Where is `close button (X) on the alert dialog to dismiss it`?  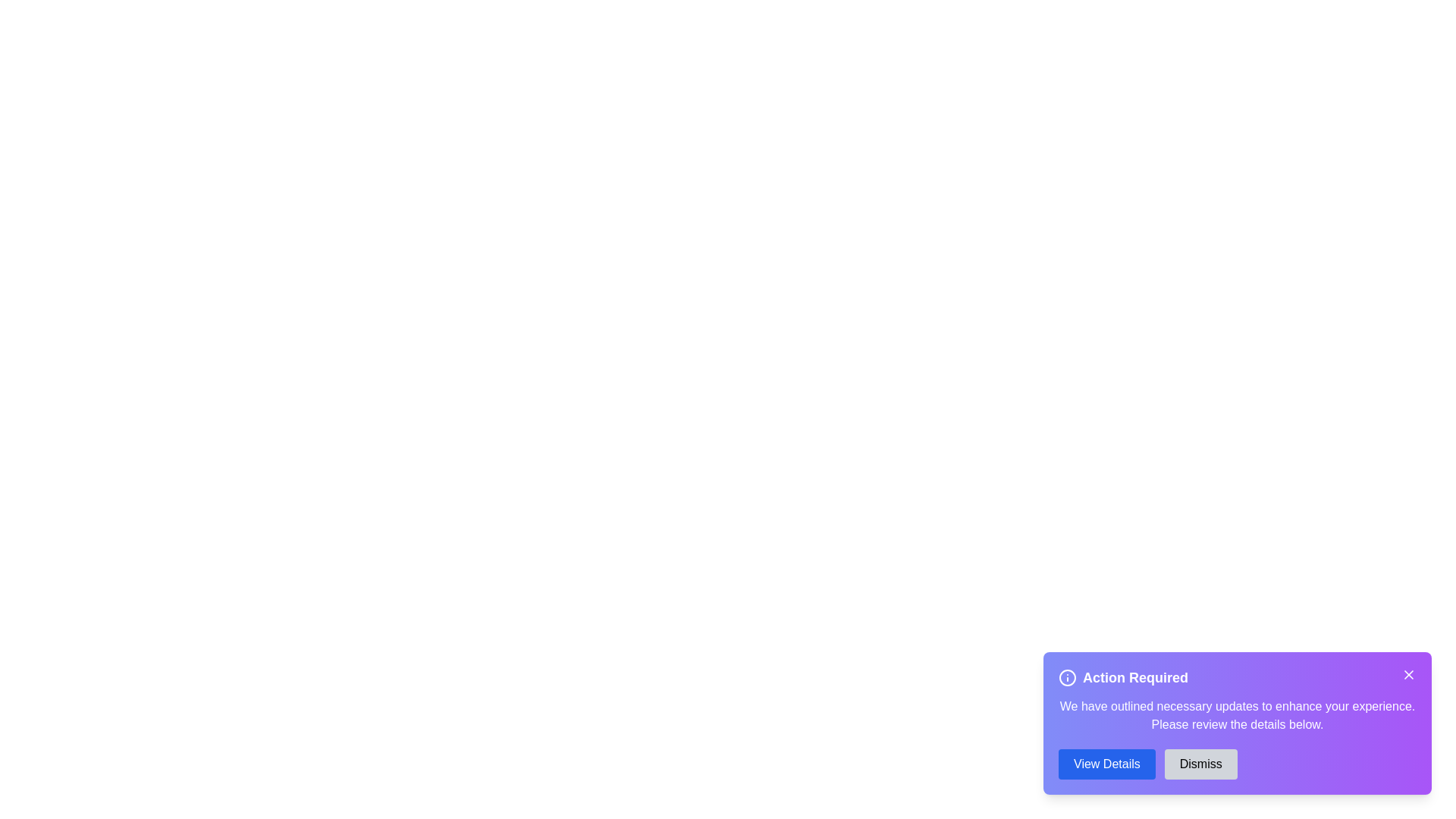
close button (X) on the alert dialog to dismiss it is located at coordinates (1407, 674).